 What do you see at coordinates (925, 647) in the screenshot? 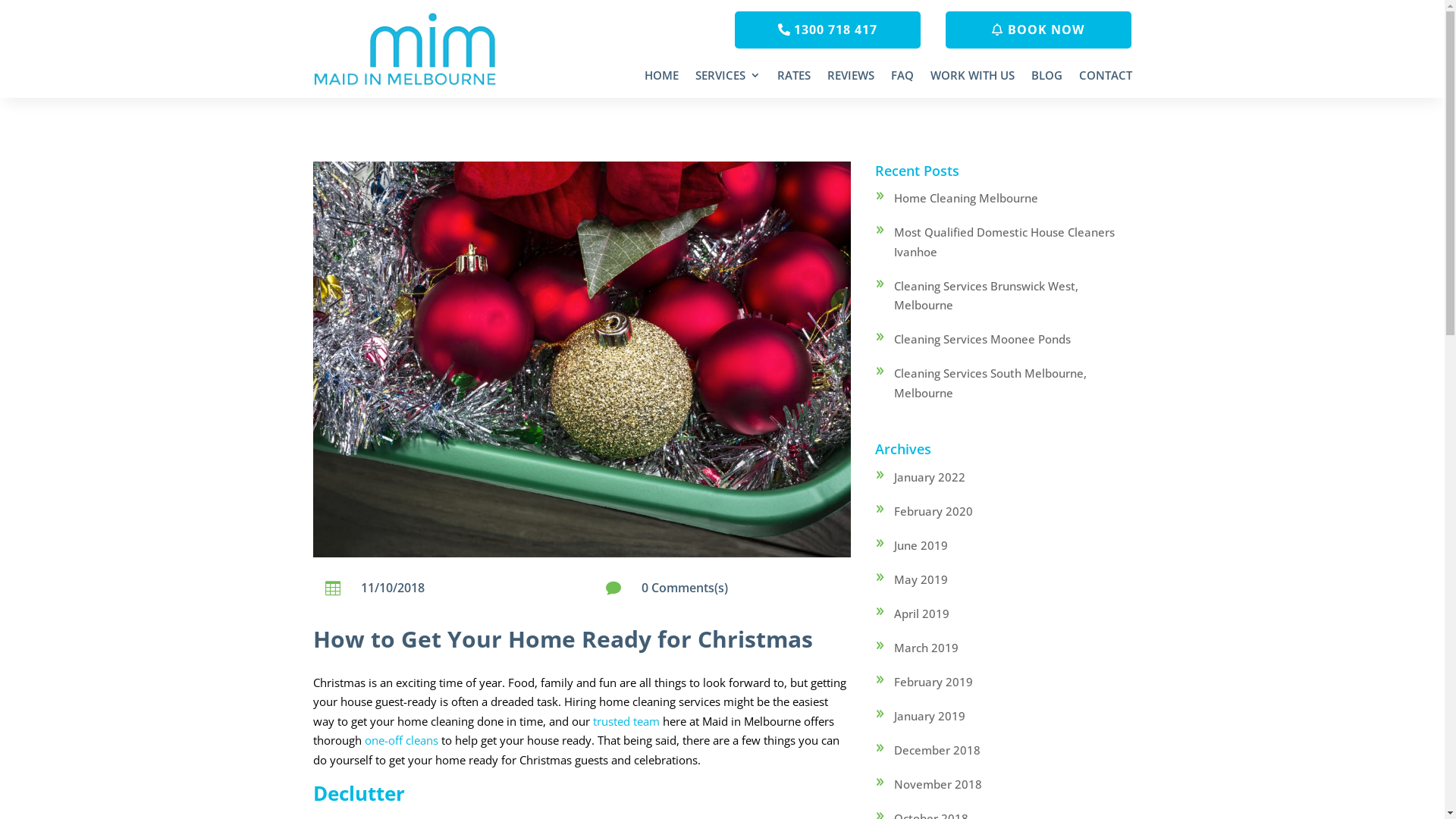
I see `'March 2019'` at bounding box center [925, 647].